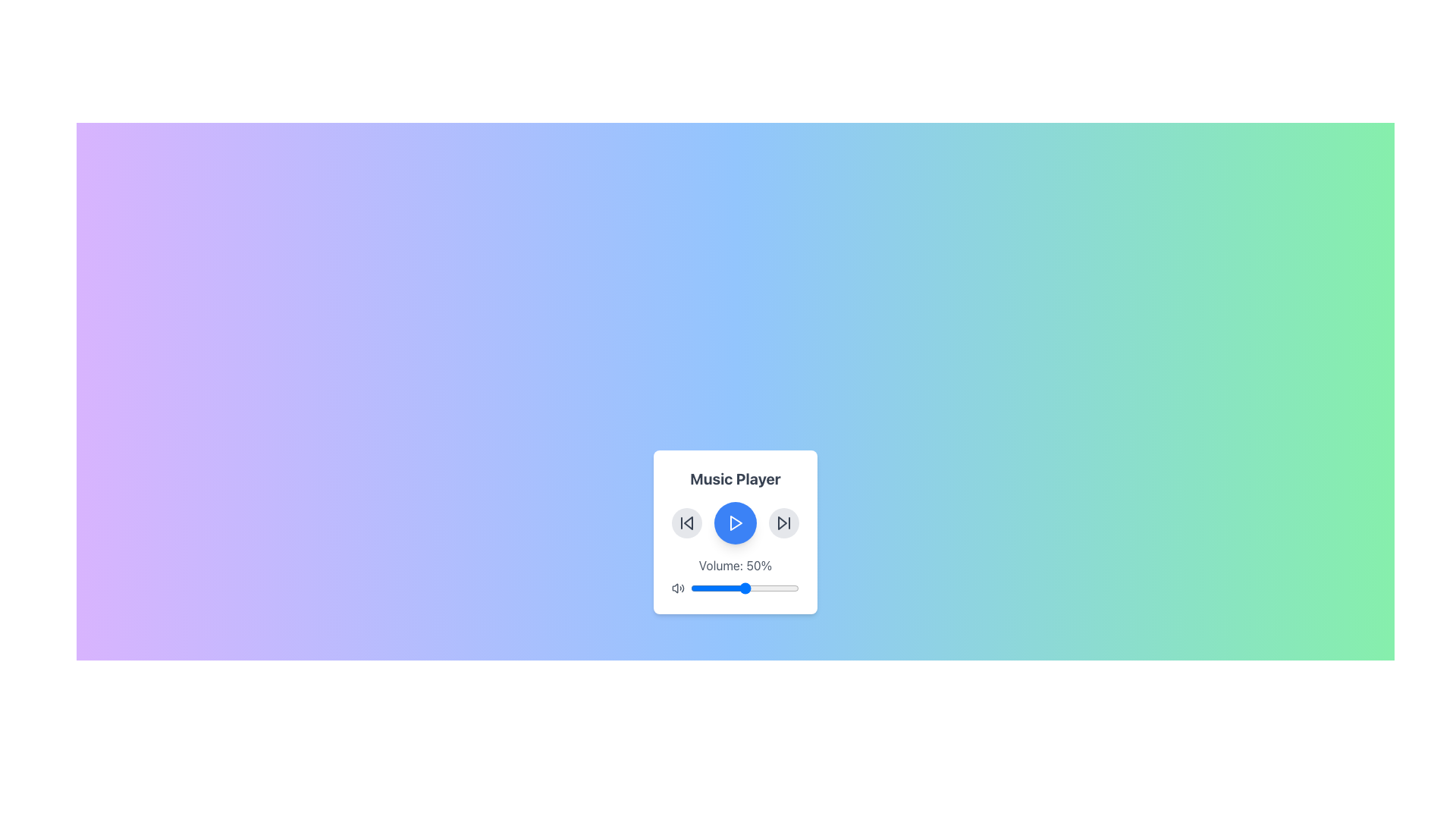  I want to click on the slider, so click(765, 587).